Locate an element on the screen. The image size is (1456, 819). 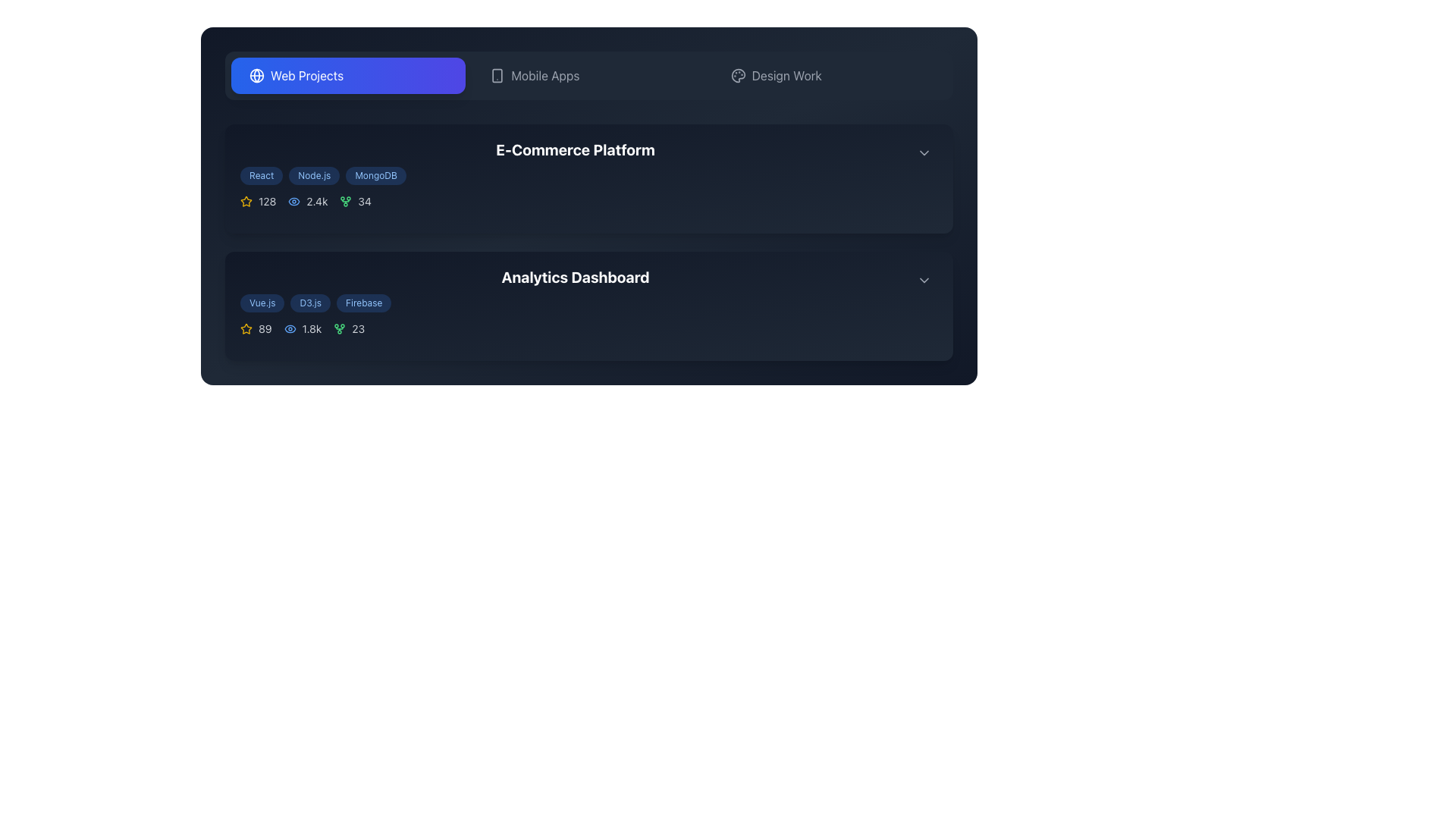
the downward-pointing chevron icon with a light gray stroke color, located within a circular button on the right side of the 'E-Commerce Platform' section header is located at coordinates (924, 152).